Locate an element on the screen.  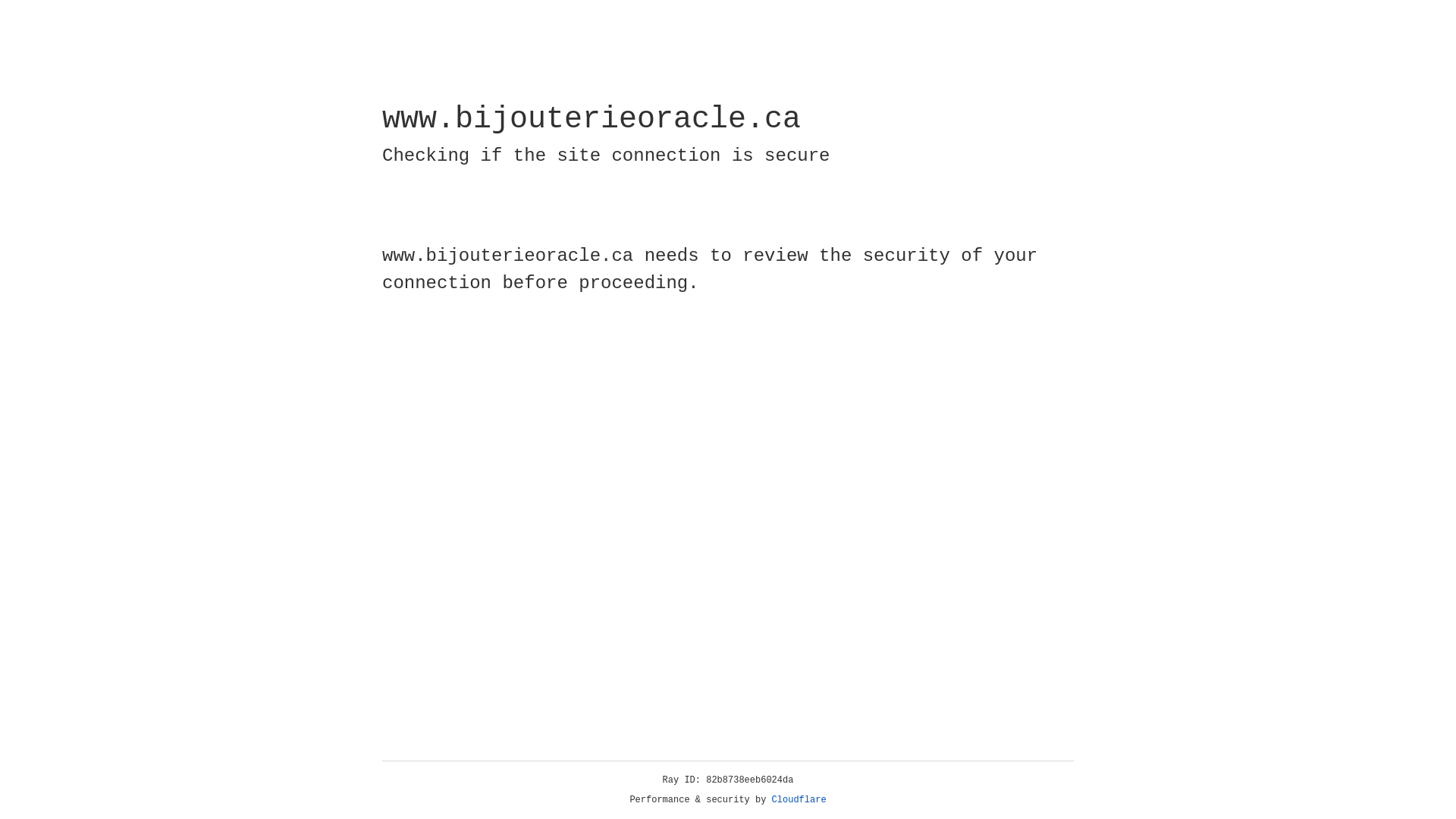
'Cloudflare' is located at coordinates (799, 799).